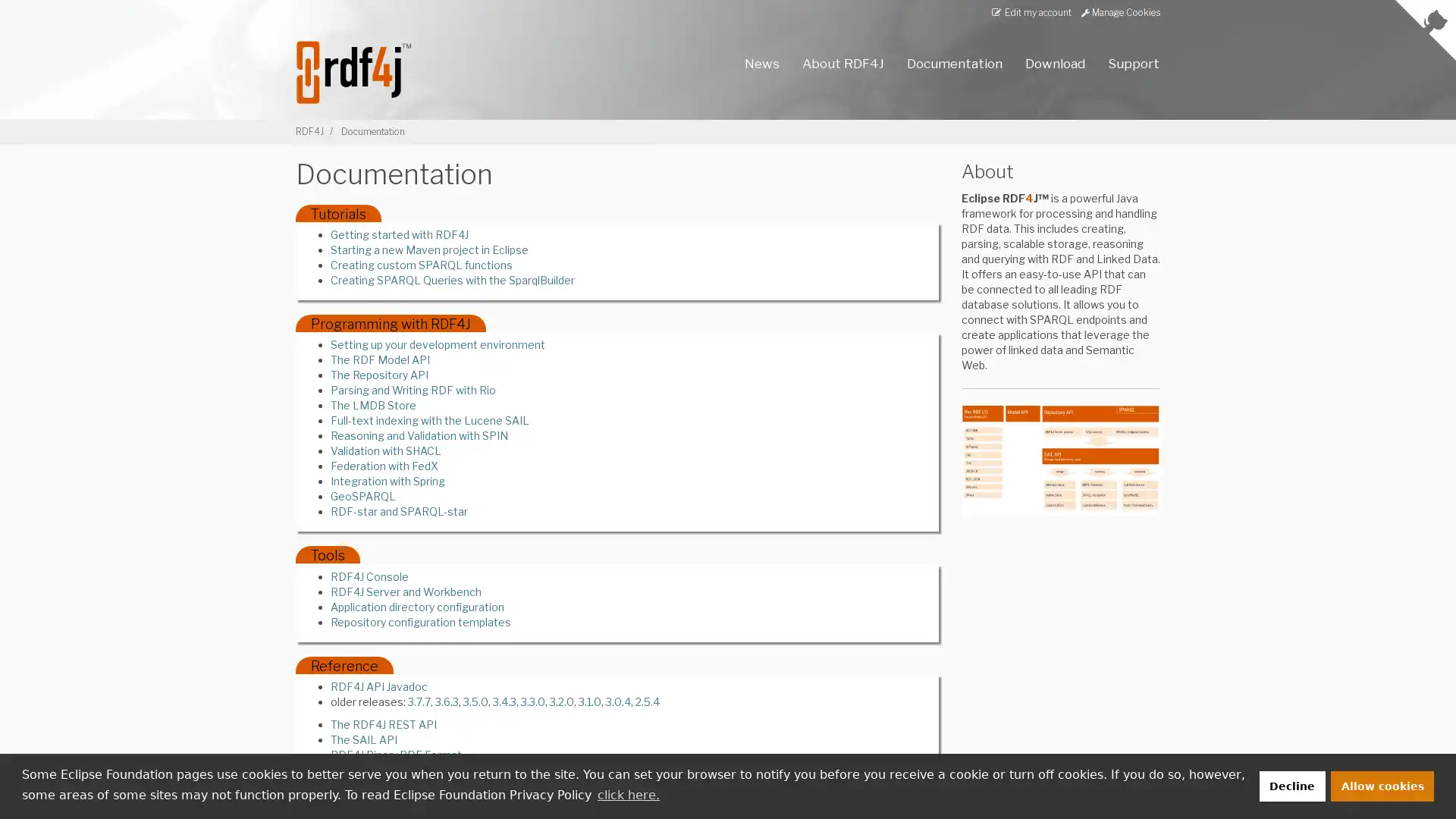  Describe the element at coordinates (628, 794) in the screenshot. I see `learn more about cookies` at that location.